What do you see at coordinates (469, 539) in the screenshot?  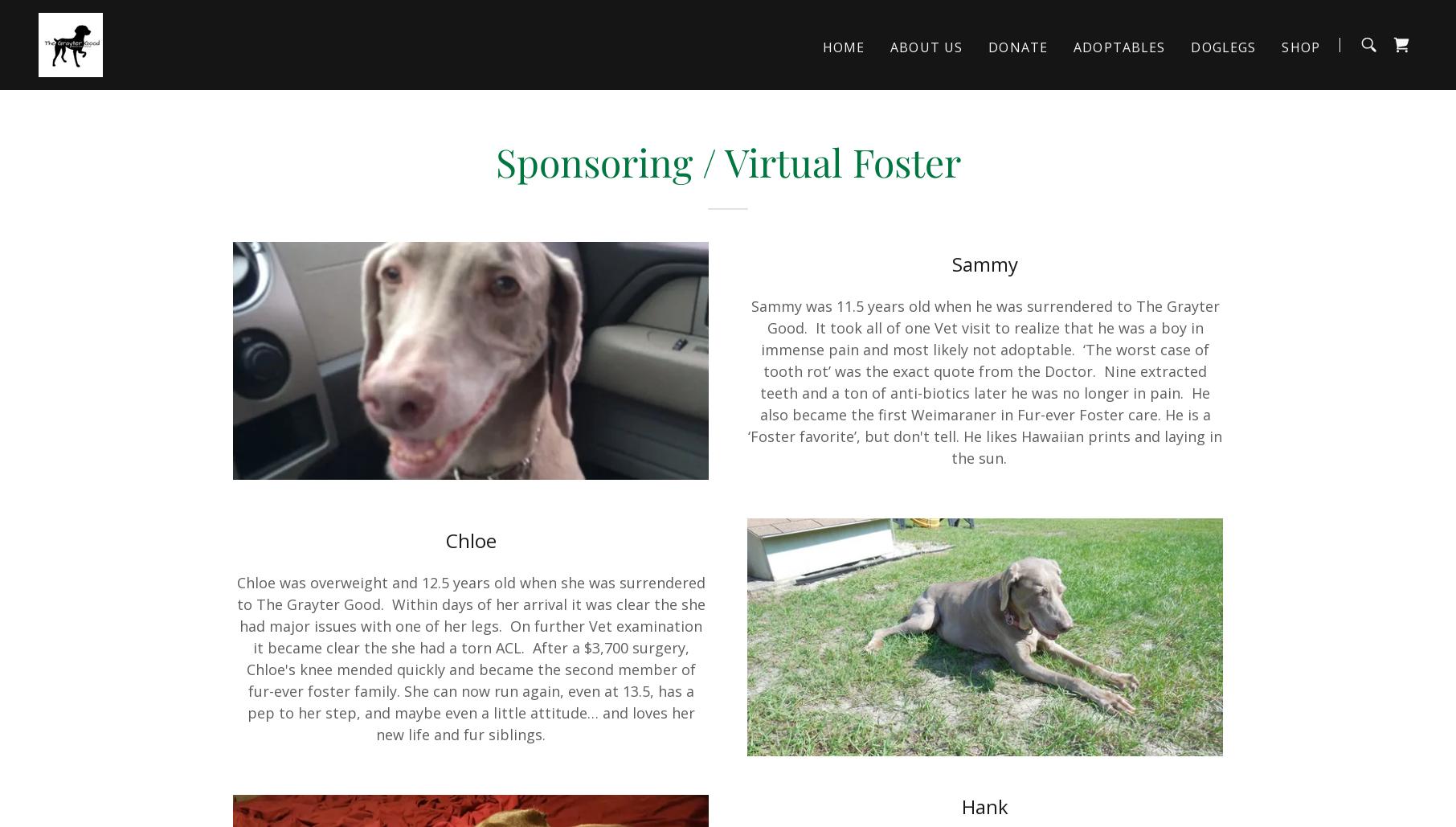 I see `'Chloe'` at bounding box center [469, 539].